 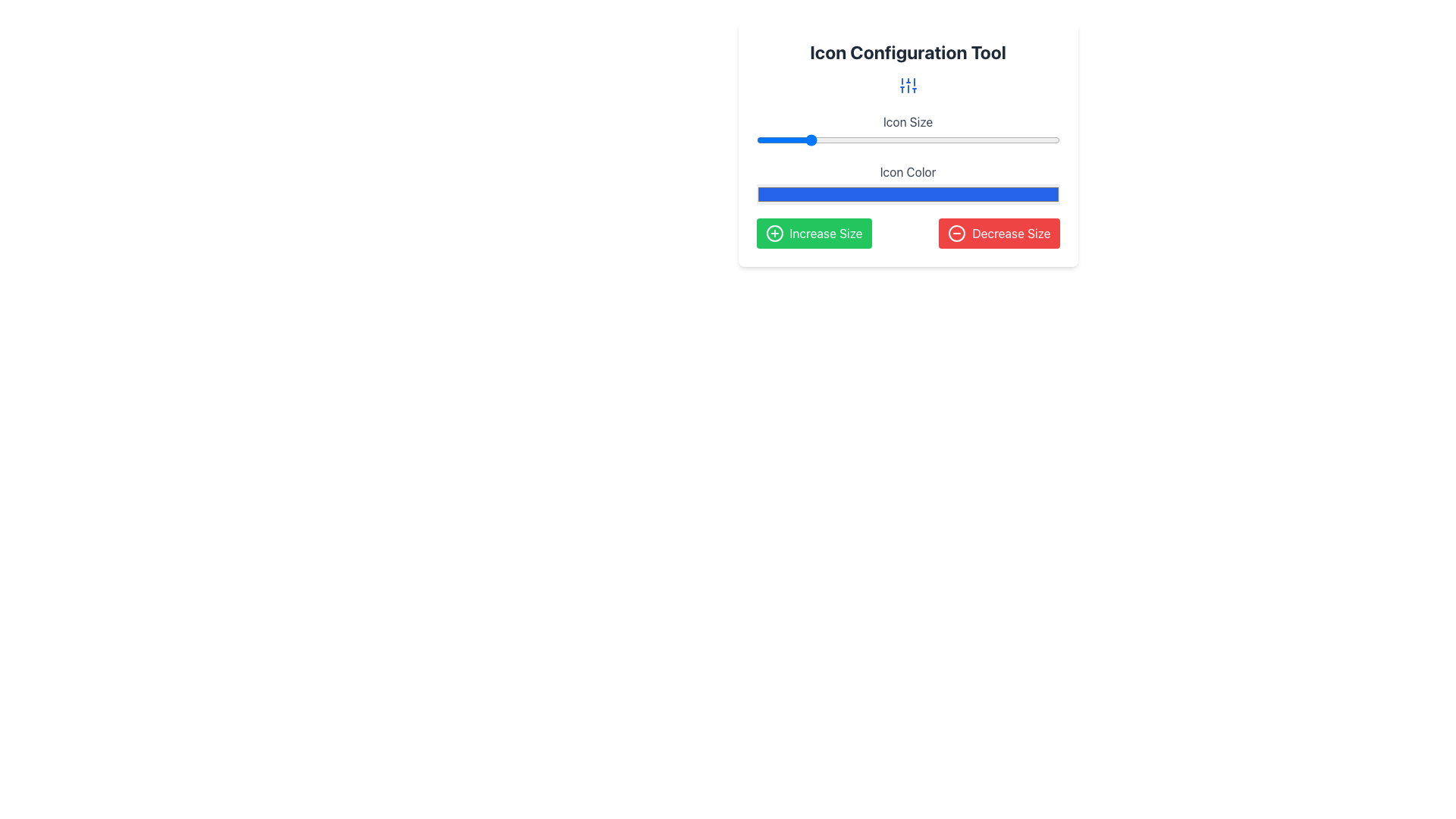 What do you see at coordinates (977, 140) in the screenshot?
I see `icon size` at bounding box center [977, 140].